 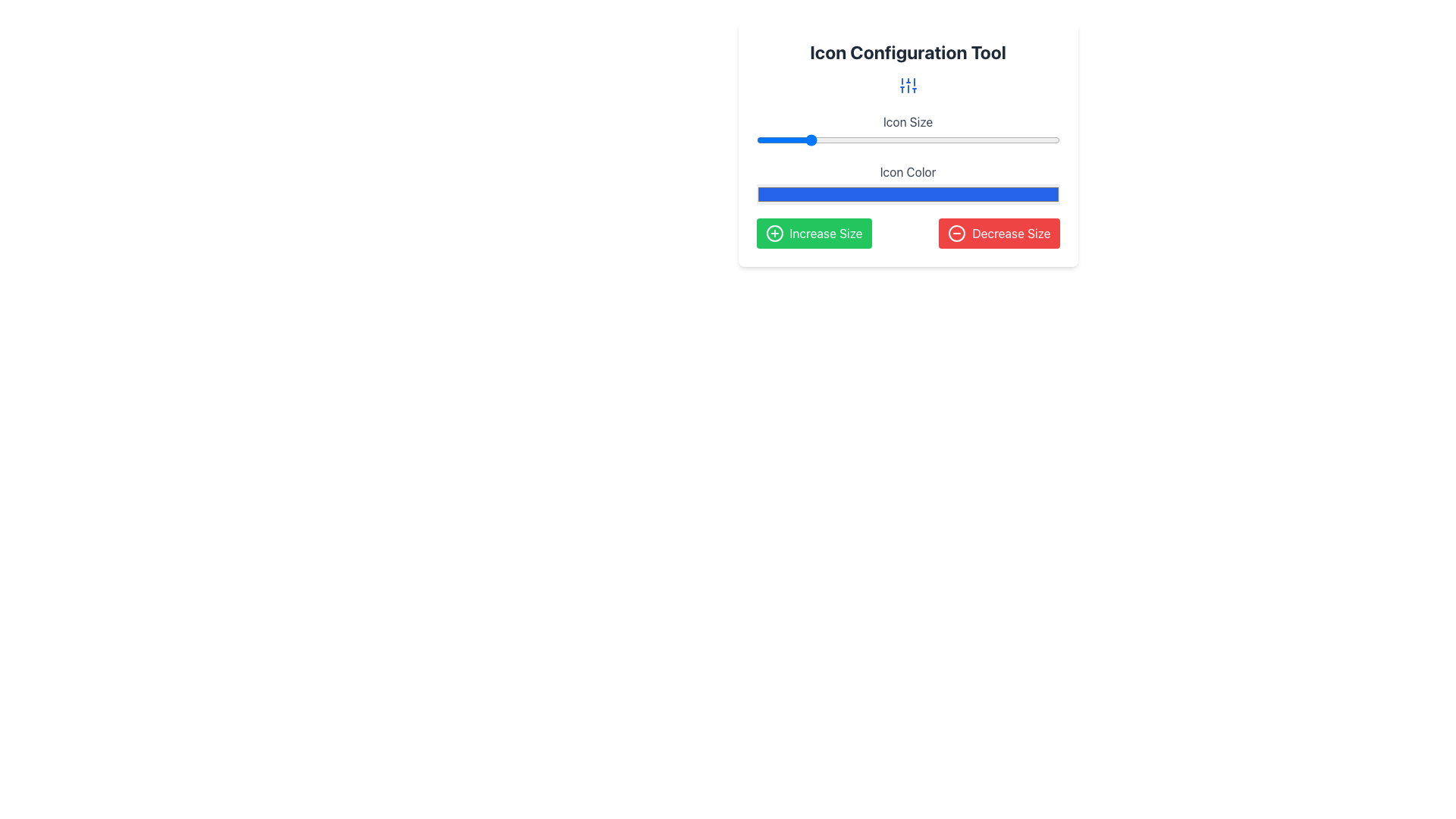 What do you see at coordinates (977, 140) in the screenshot?
I see `icon size` at bounding box center [977, 140].